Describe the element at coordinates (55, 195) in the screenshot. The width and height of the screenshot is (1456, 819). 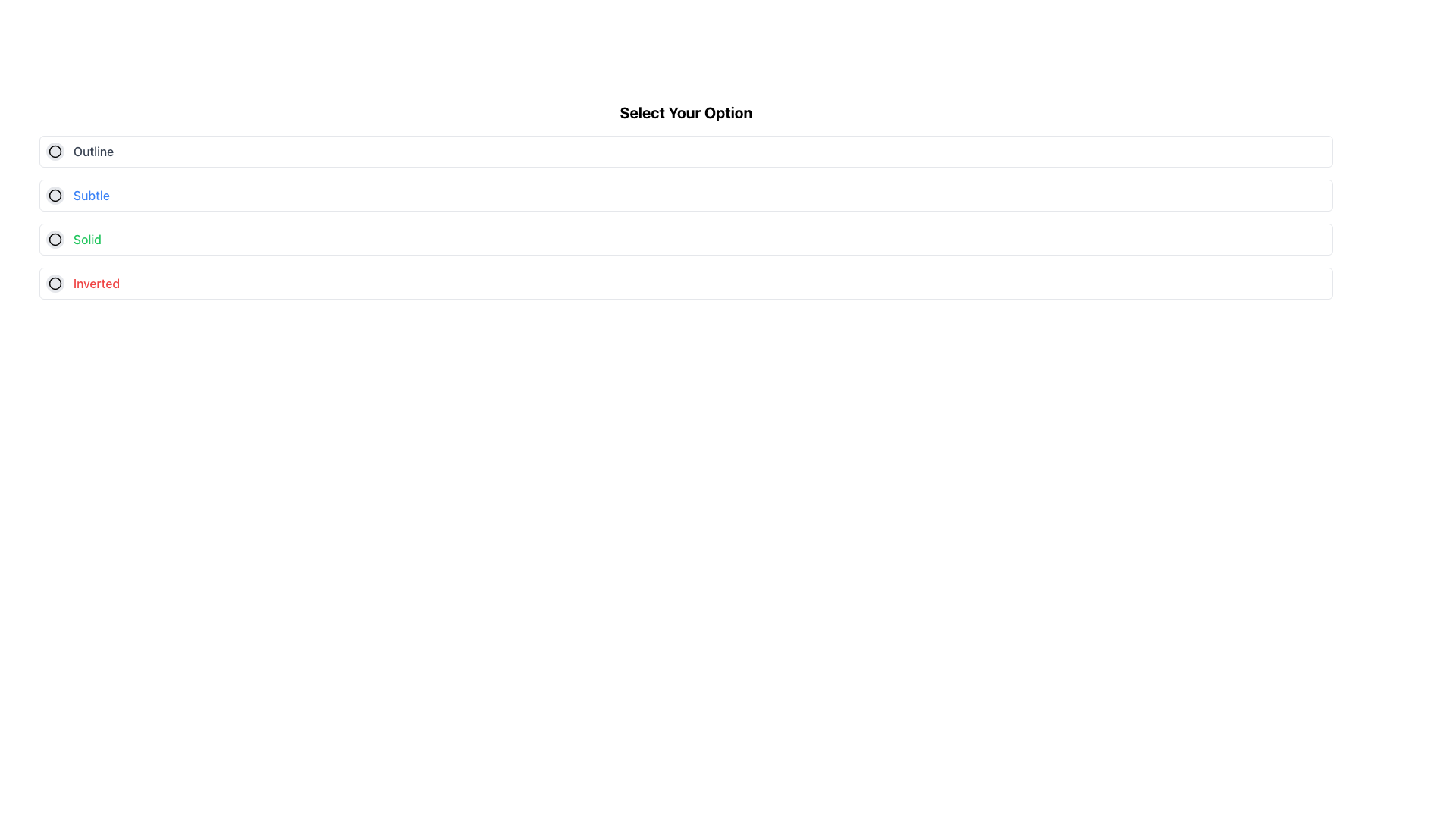
I see `the radio button that signifies the 'Subtle' option, which is located to the left of its label in the options group` at that location.